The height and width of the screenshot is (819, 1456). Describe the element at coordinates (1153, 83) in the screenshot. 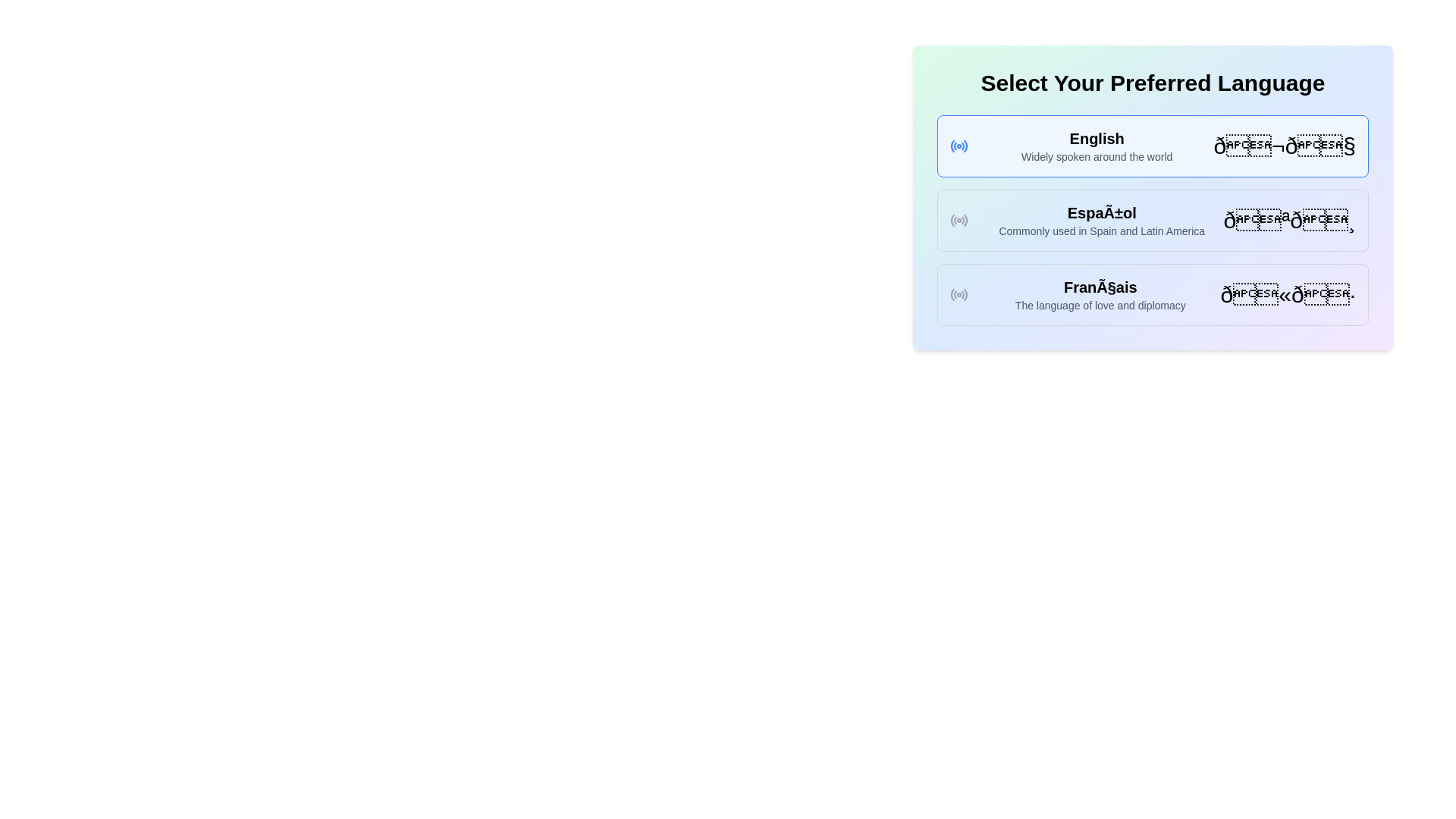

I see `the bold header text 'Select Your Preferred Language' located at the top of the interface` at that location.